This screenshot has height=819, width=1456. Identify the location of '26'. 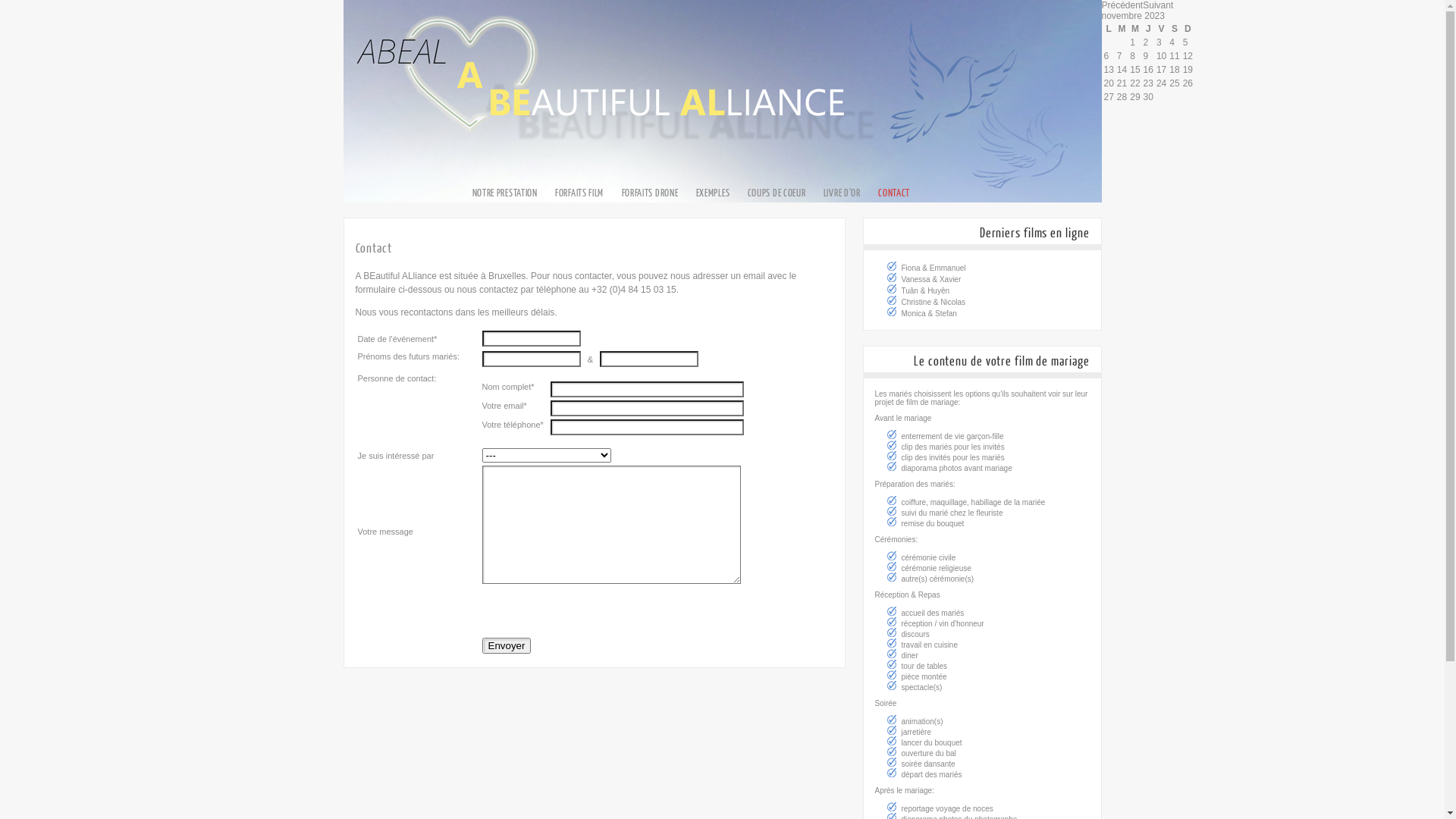
(1187, 83).